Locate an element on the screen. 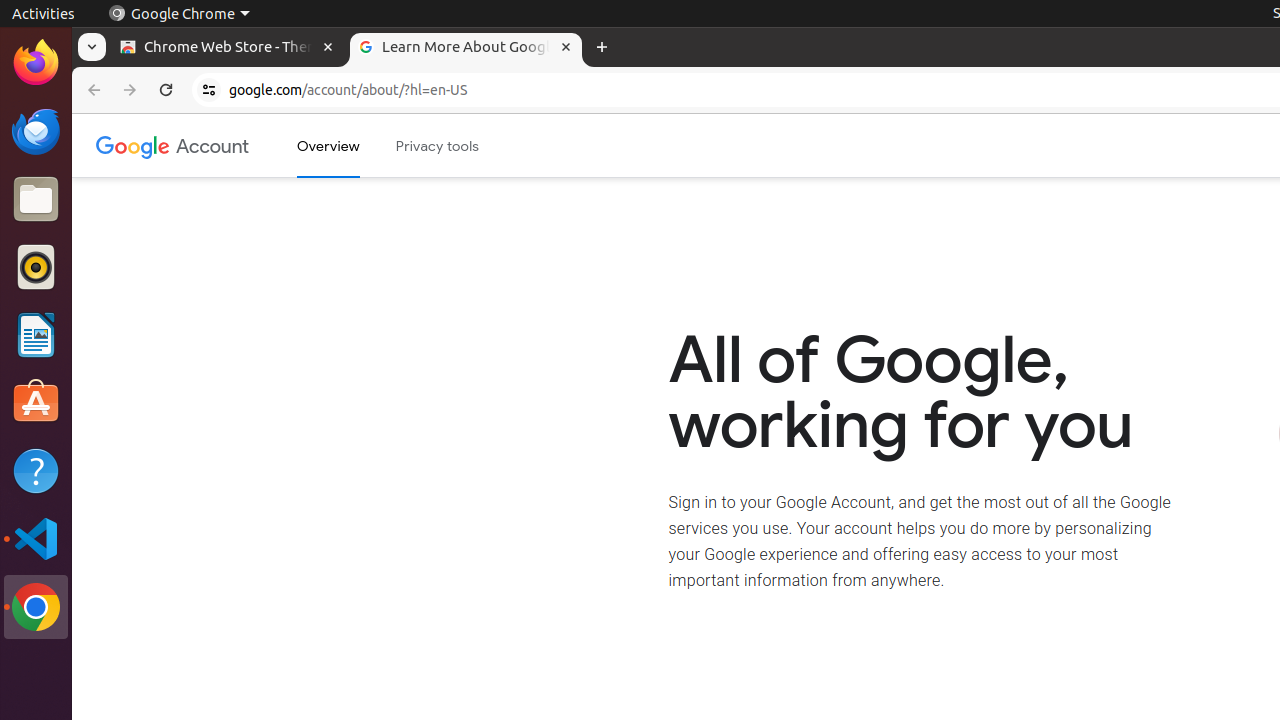 The image size is (1280, 720). 'Forward' is located at coordinates (129, 90).